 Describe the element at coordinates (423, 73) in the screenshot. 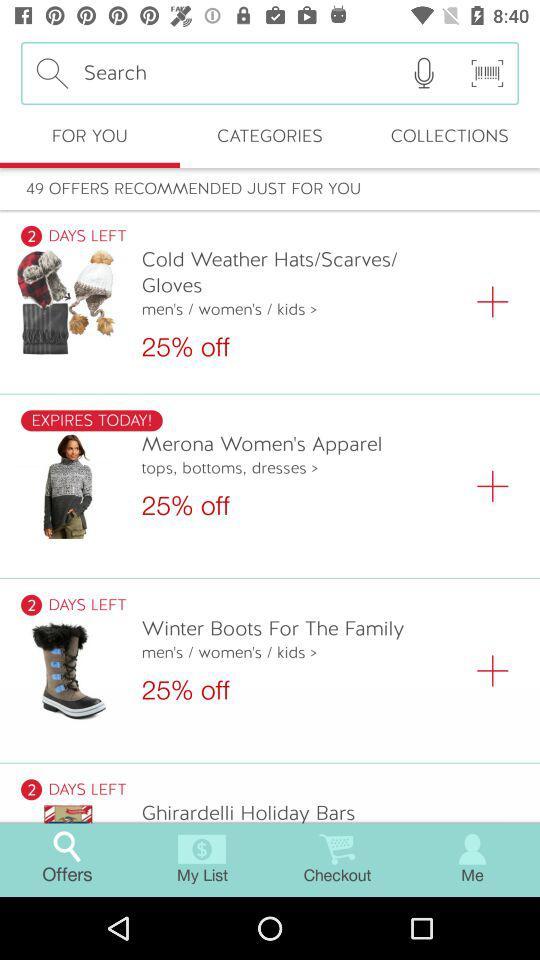

I see `item above the collections icon` at that location.